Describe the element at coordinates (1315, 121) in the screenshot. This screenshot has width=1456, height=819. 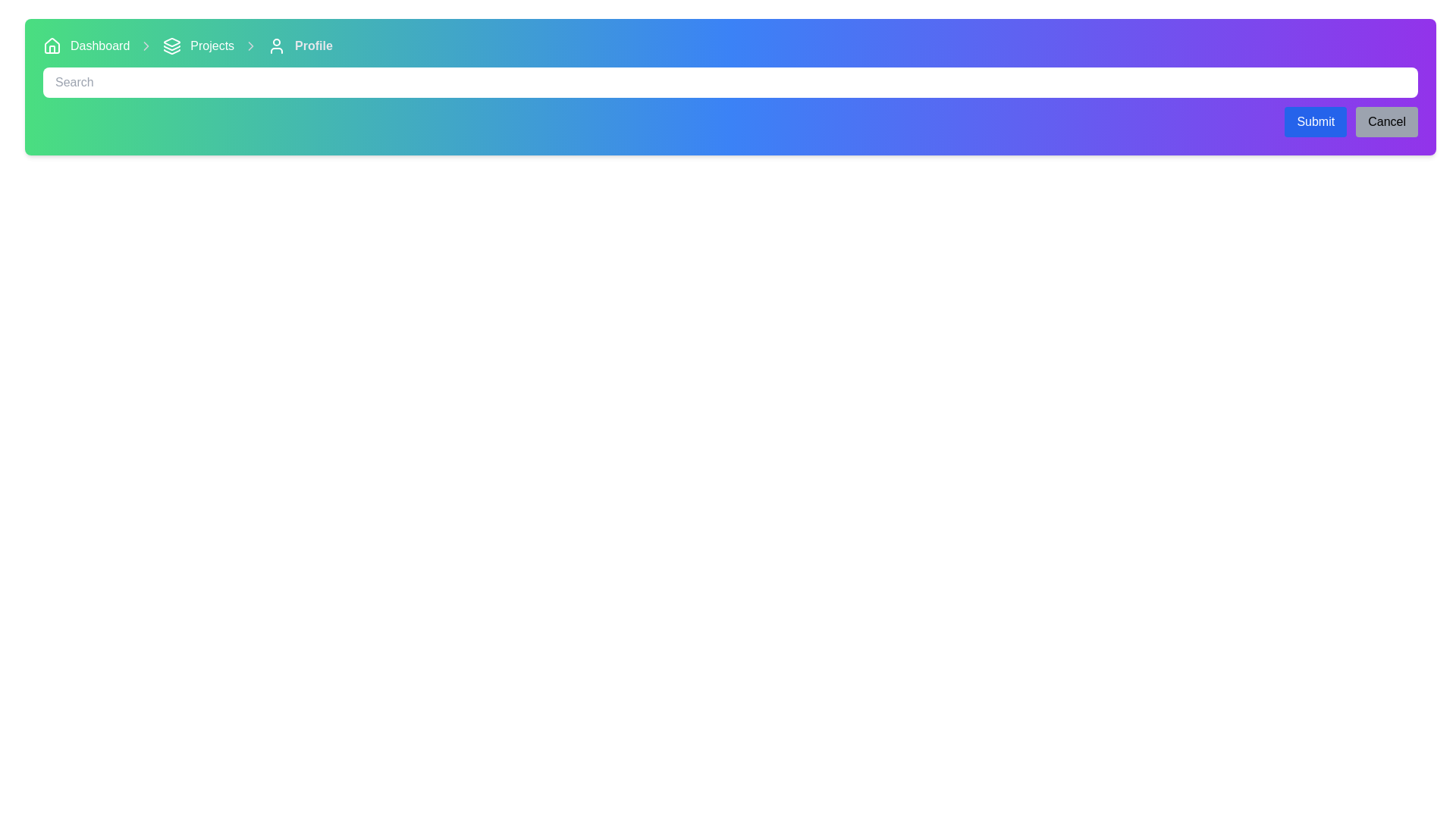
I see `the 'Submit' button, which has a blue background and white bold text, to observe the hover effect that changes its background to a darker blue tone` at that location.